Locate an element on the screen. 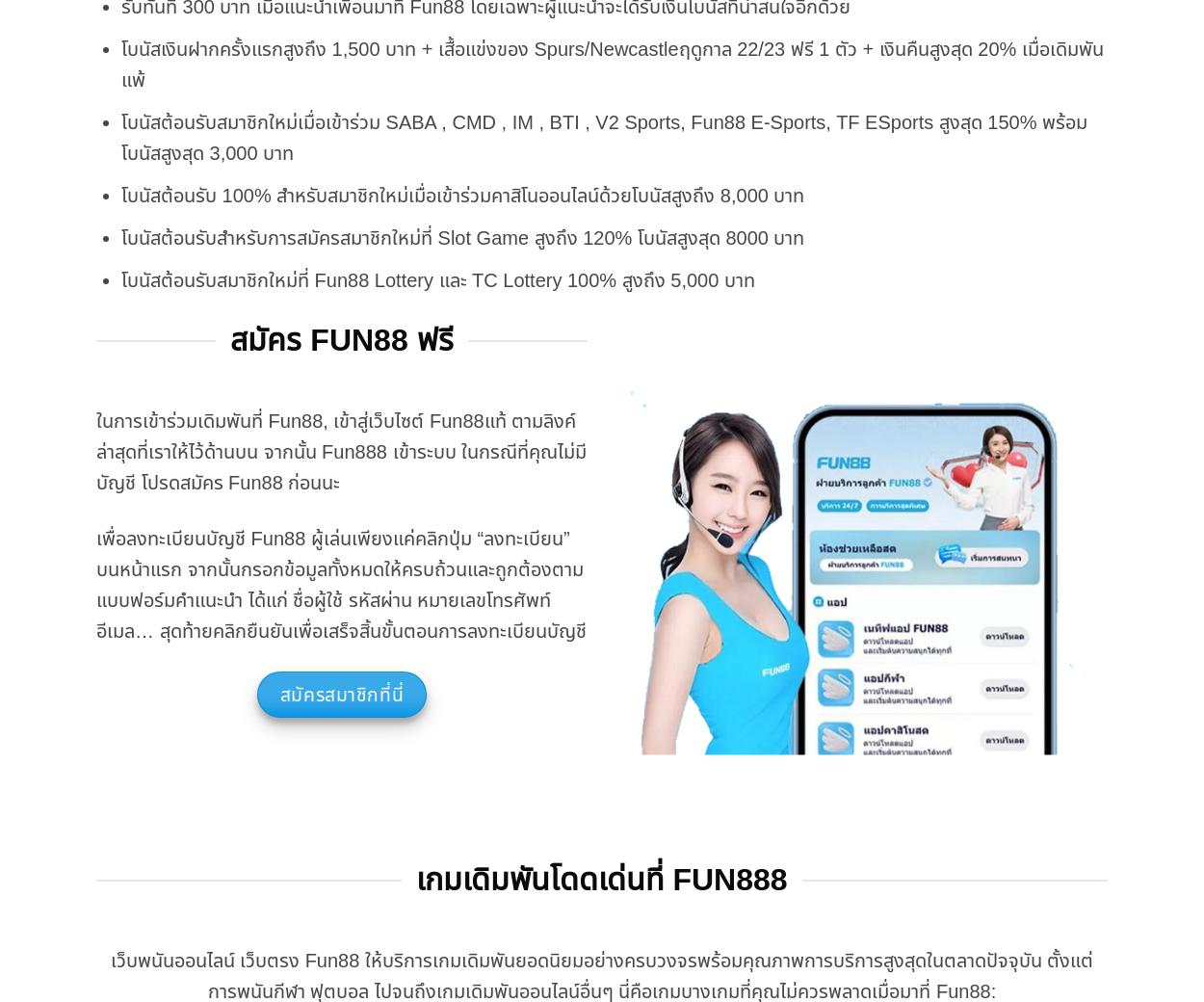 The height and width of the screenshot is (1002, 1204). 'เพื่อลงทะเบียนบัญชี Fun88 ผู้เล่นเพียงแค่คลิกปุ่ม “ลงทะเบียน” บนหน้าแรก จากนั้นกรอกข้อมูลทั้งหมดให้ครบถ้วนและถูกต้องตามแบบฟอร์มคำแนะนำ ได้แก่ ชื่อผู้ใช้ รหัสผ่าน หมายเลขโทรศัพท์ อีเมล… สุดท้ายคลิกยืนยันเพื่อเสร็จสิ้นขั้นตอนการลงทะเบียนบัญชี' is located at coordinates (340, 583).